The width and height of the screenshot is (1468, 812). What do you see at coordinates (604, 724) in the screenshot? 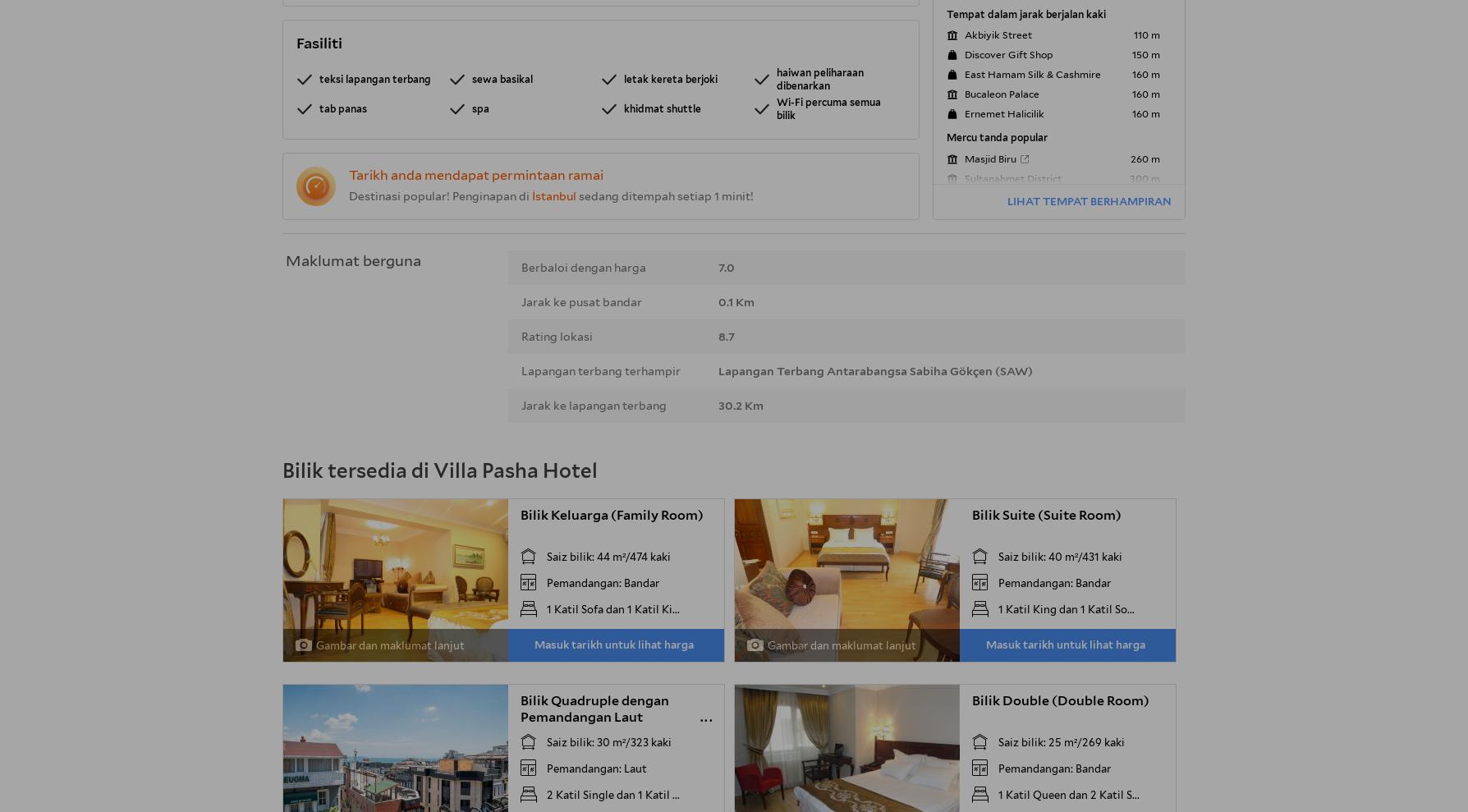
I see `'Bilik Quadruple dengan Pemandangan Laut (Quadruple Room with Sea View)'` at bounding box center [604, 724].